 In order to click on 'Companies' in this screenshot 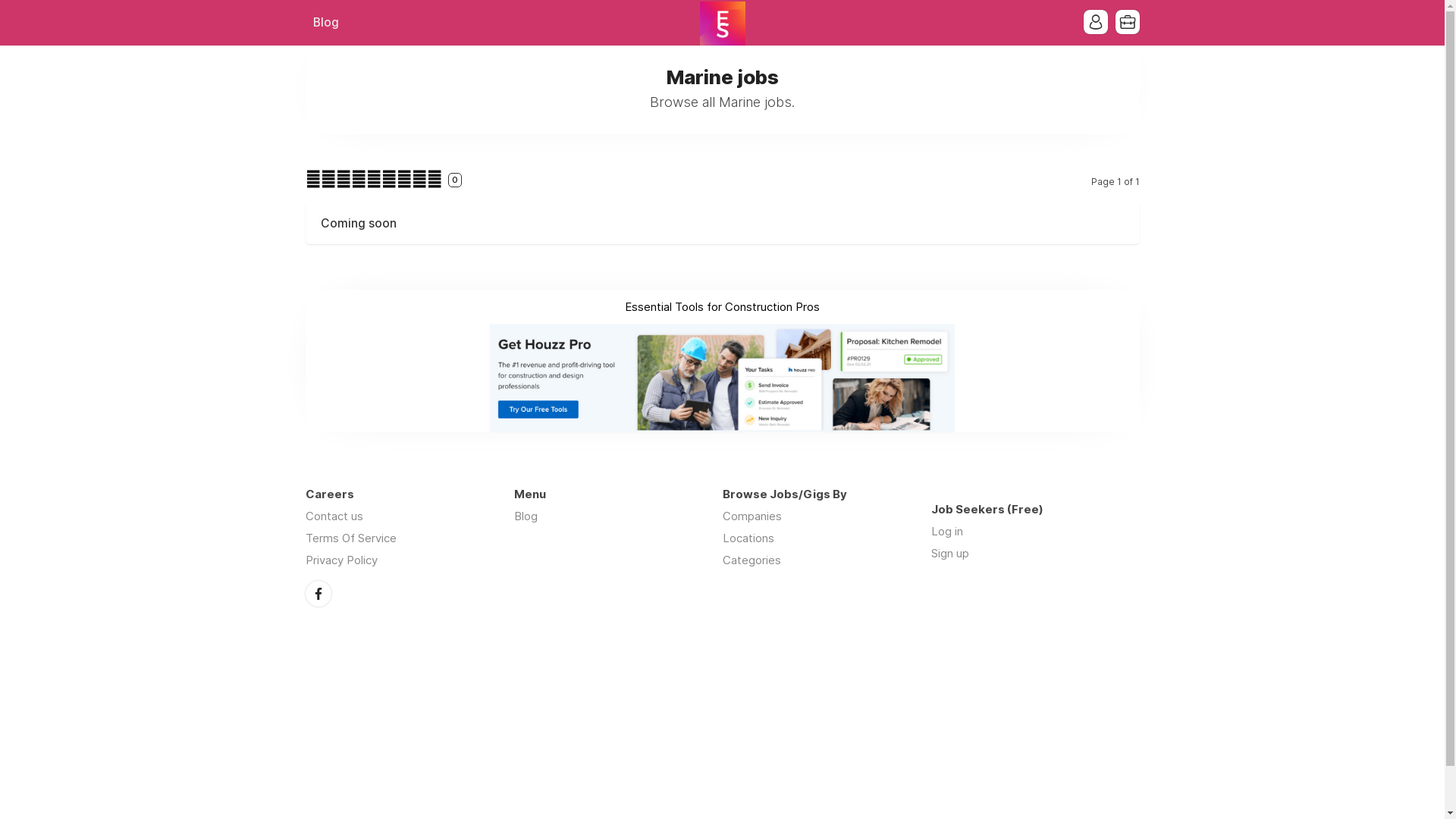, I will do `click(751, 515)`.